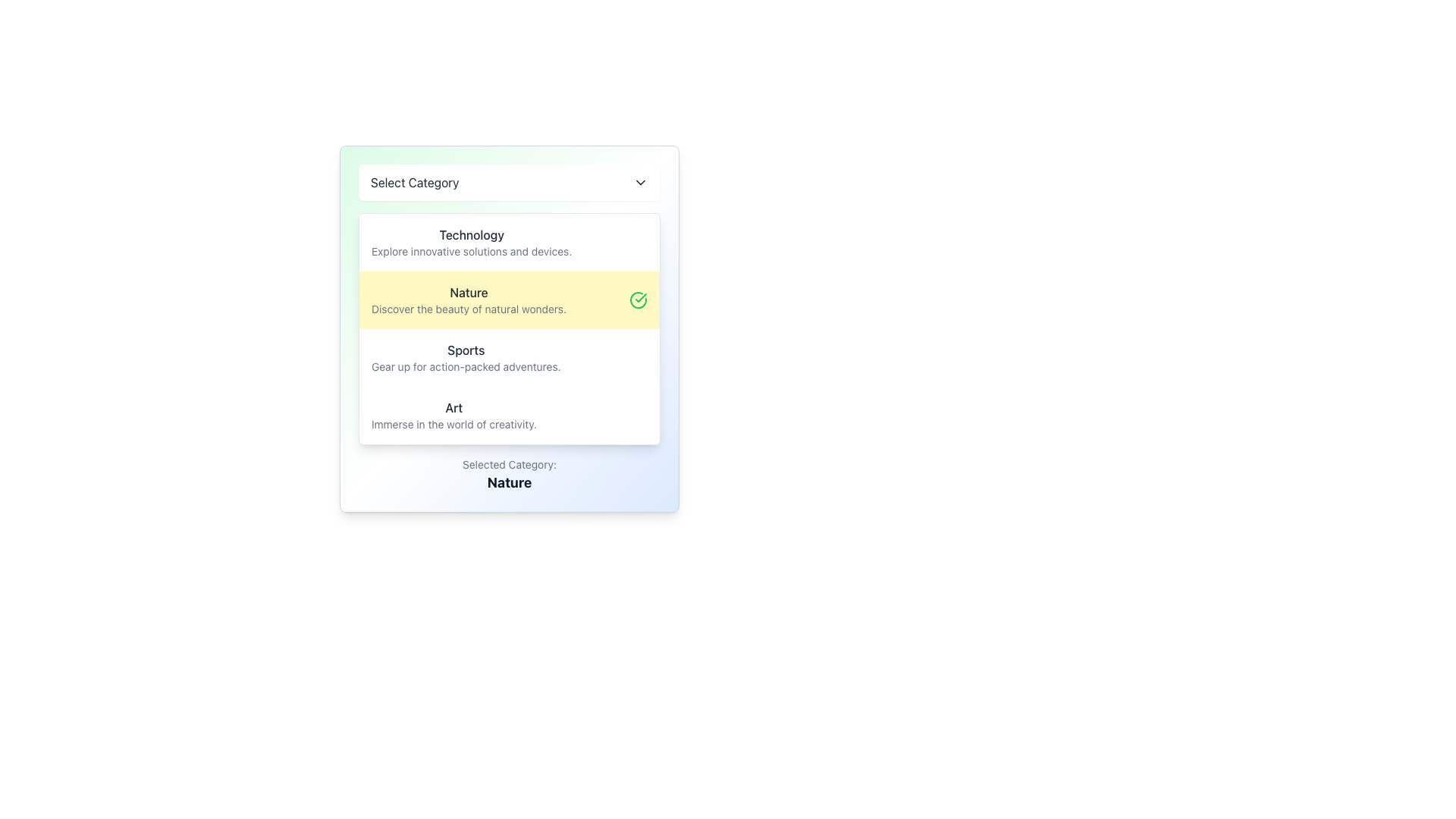 The height and width of the screenshot is (819, 1456). I want to click on the Text Label displaying 'Discover the beauty of natural wonders.' which is located below the title 'Nature' in the dropdown list under 'Select Category.', so click(468, 309).